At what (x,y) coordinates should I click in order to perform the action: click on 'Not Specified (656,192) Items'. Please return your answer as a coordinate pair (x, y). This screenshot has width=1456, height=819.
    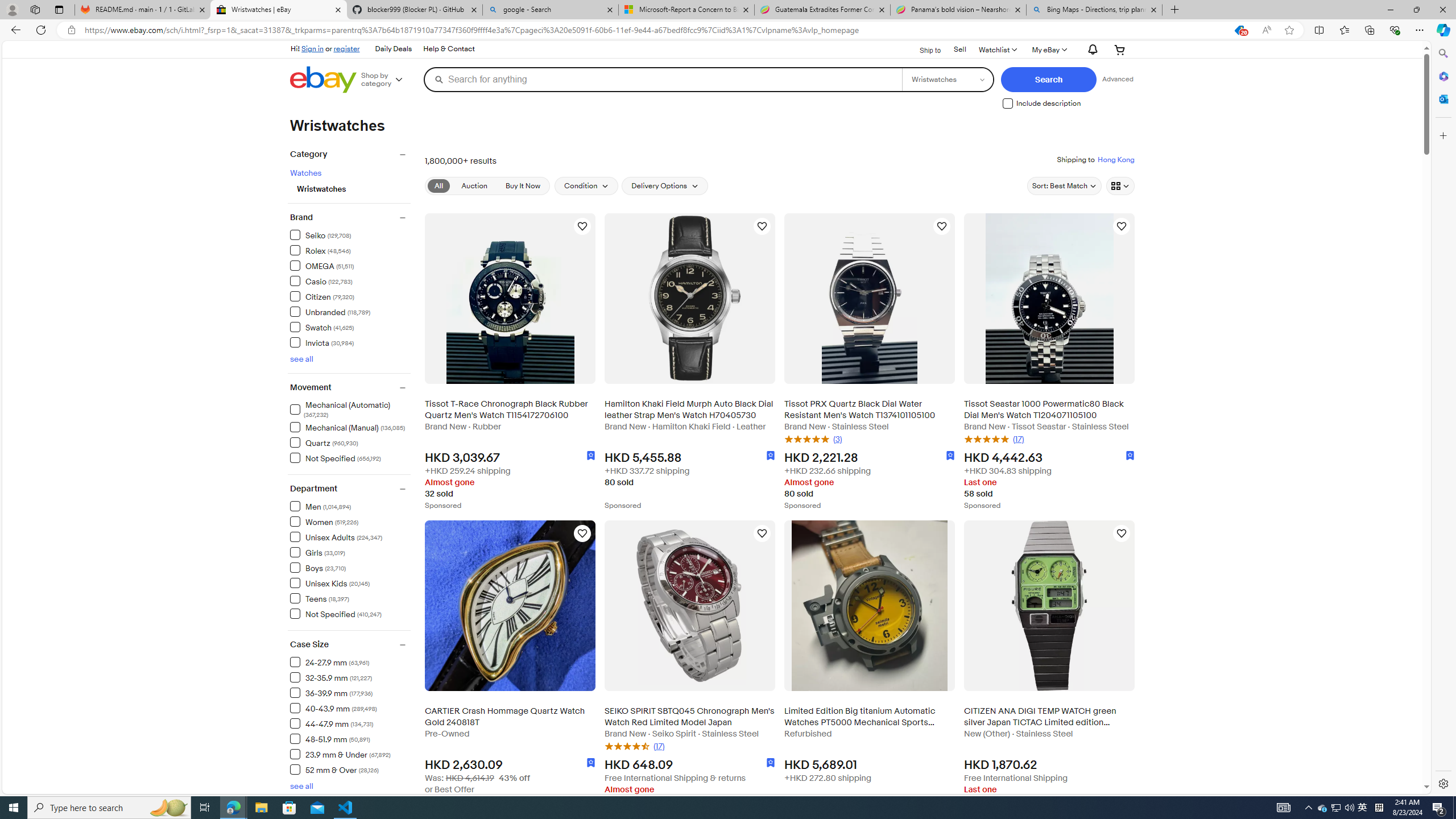
    Looking at the image, I should click on (336, 457).